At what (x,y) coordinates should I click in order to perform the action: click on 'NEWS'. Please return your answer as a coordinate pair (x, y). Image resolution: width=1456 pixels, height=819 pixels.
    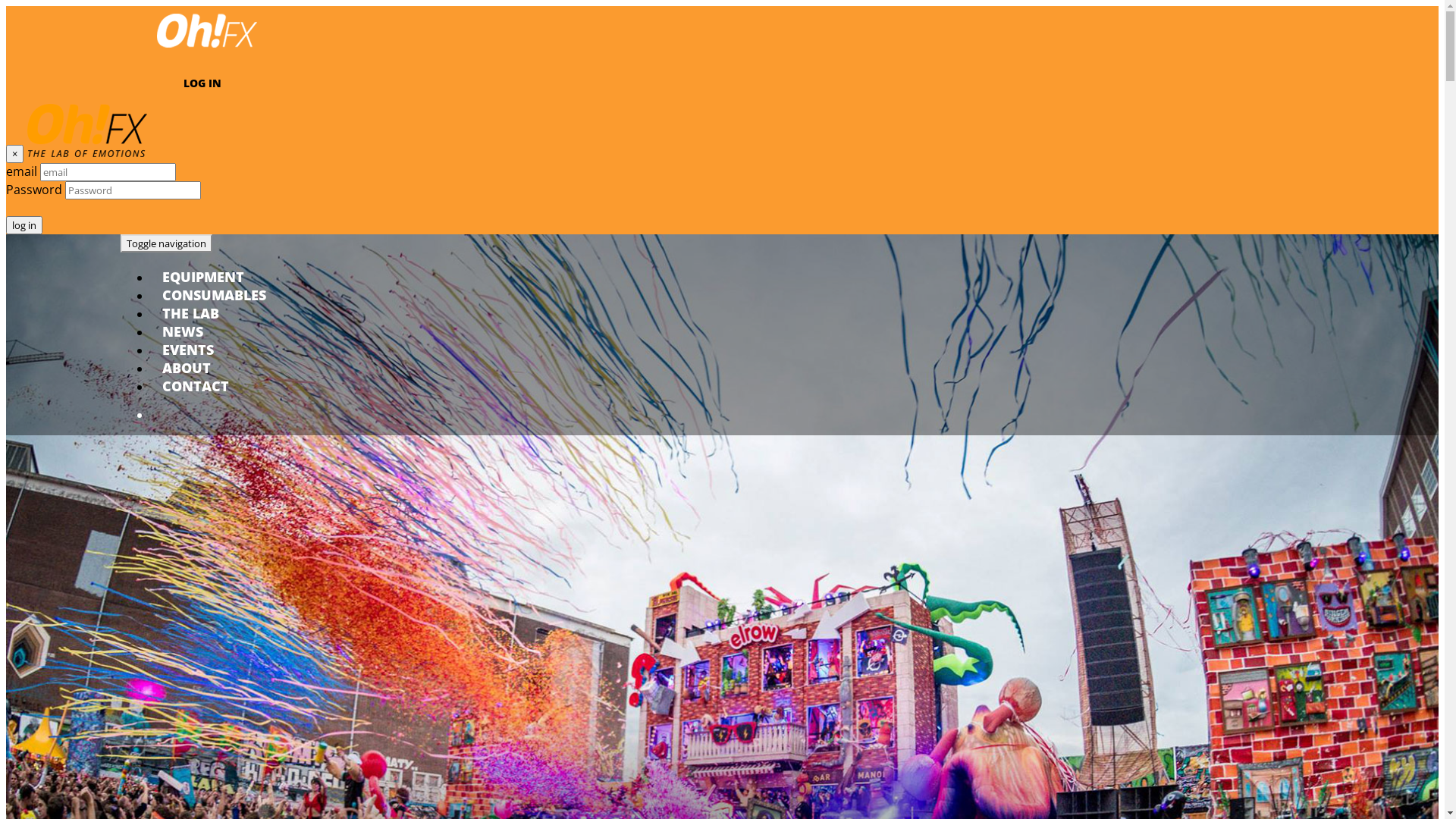
    Looking at the image, I should click on (182, 330).